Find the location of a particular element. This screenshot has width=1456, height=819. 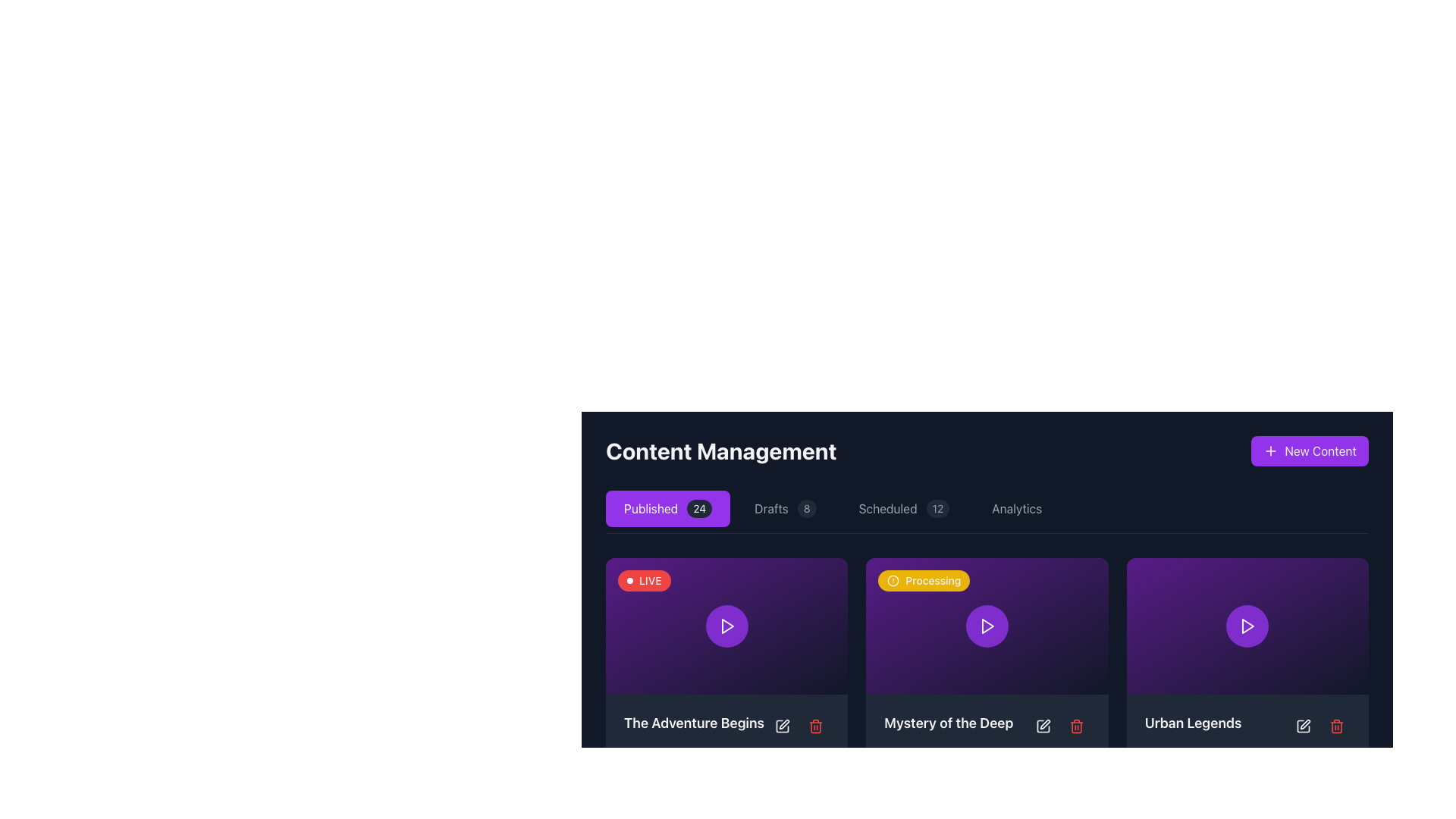

the editing icon button located at the bottom-right of the card labeled 'The Adventure Begins' is located at coordinates (783, 725).